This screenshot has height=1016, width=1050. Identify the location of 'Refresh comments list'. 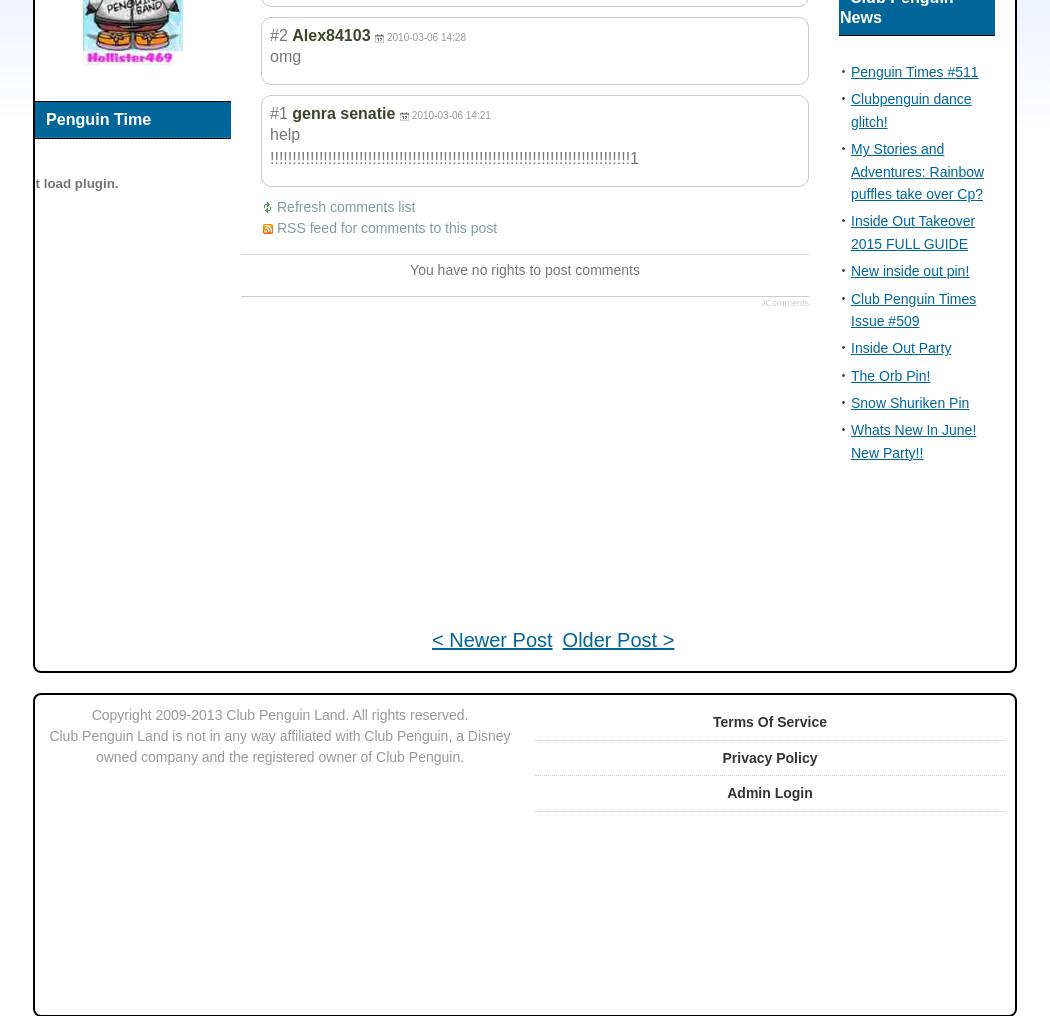
(344, 206).